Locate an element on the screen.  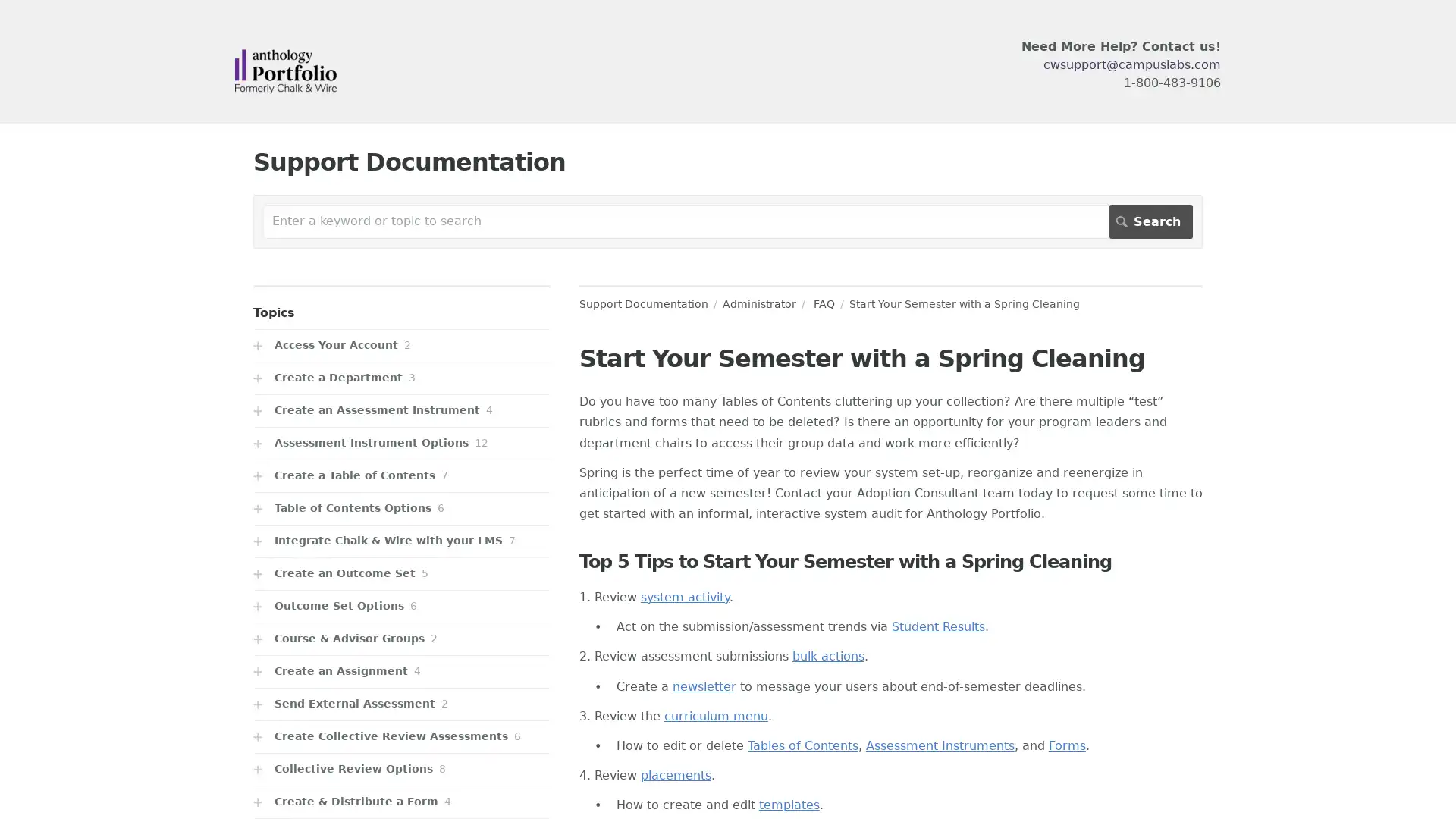
Create a Table of Contents 7 is located at coordinates (401, 475).